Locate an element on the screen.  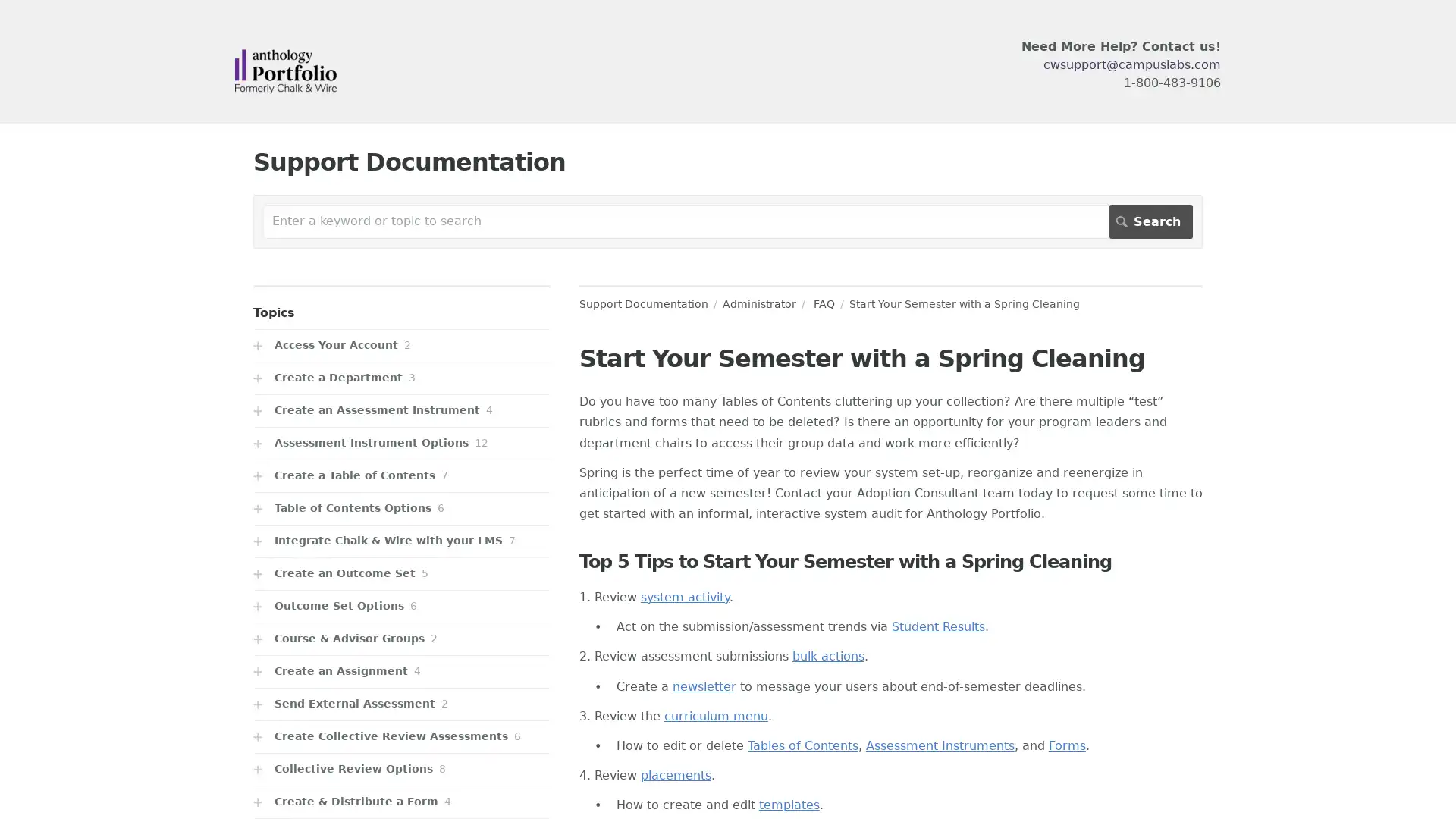
Create a Table of Contents 7 is located at coordinates (401, 475).